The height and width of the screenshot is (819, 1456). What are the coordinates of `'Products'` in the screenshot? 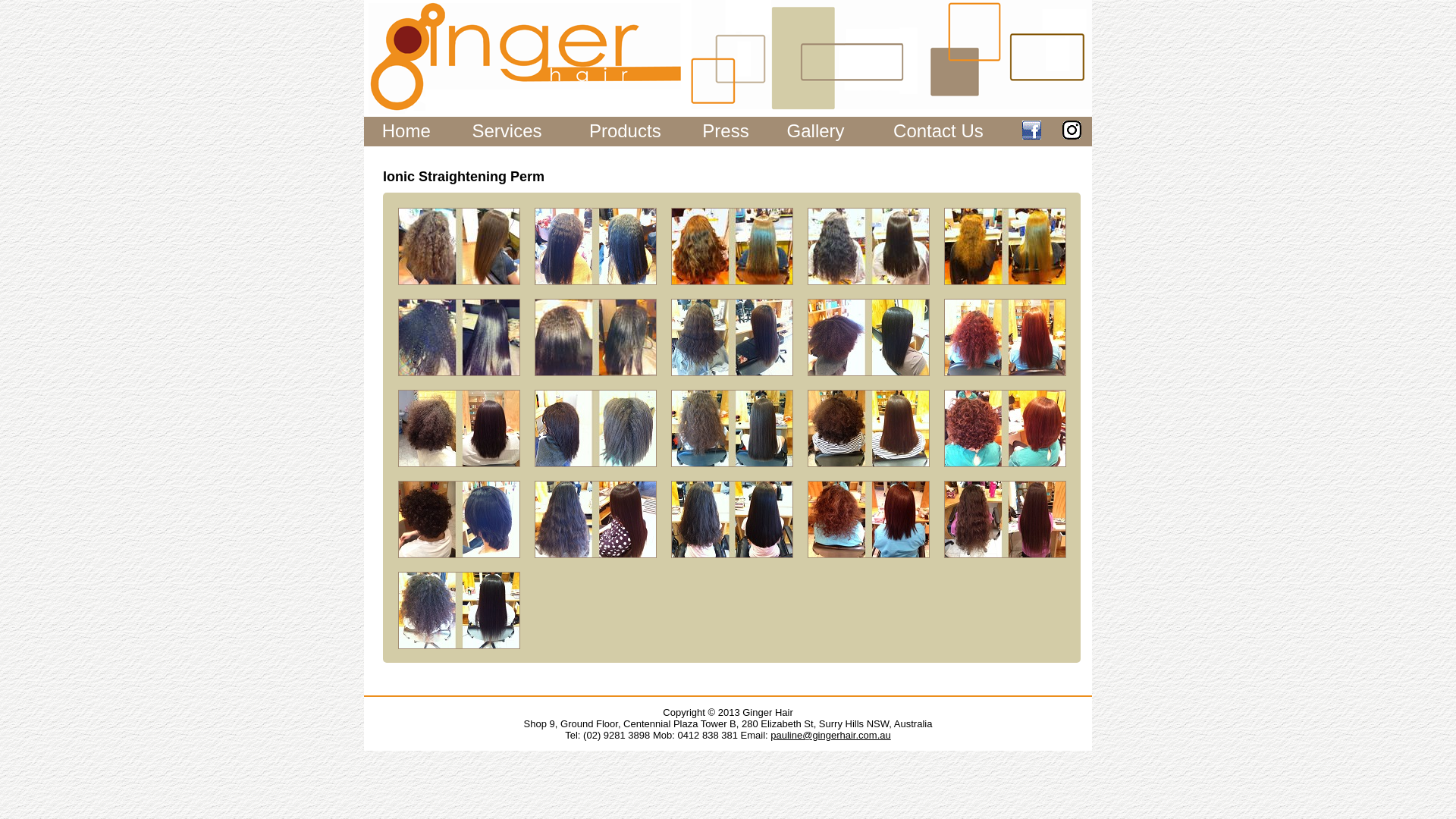 It's located at (588, 130).